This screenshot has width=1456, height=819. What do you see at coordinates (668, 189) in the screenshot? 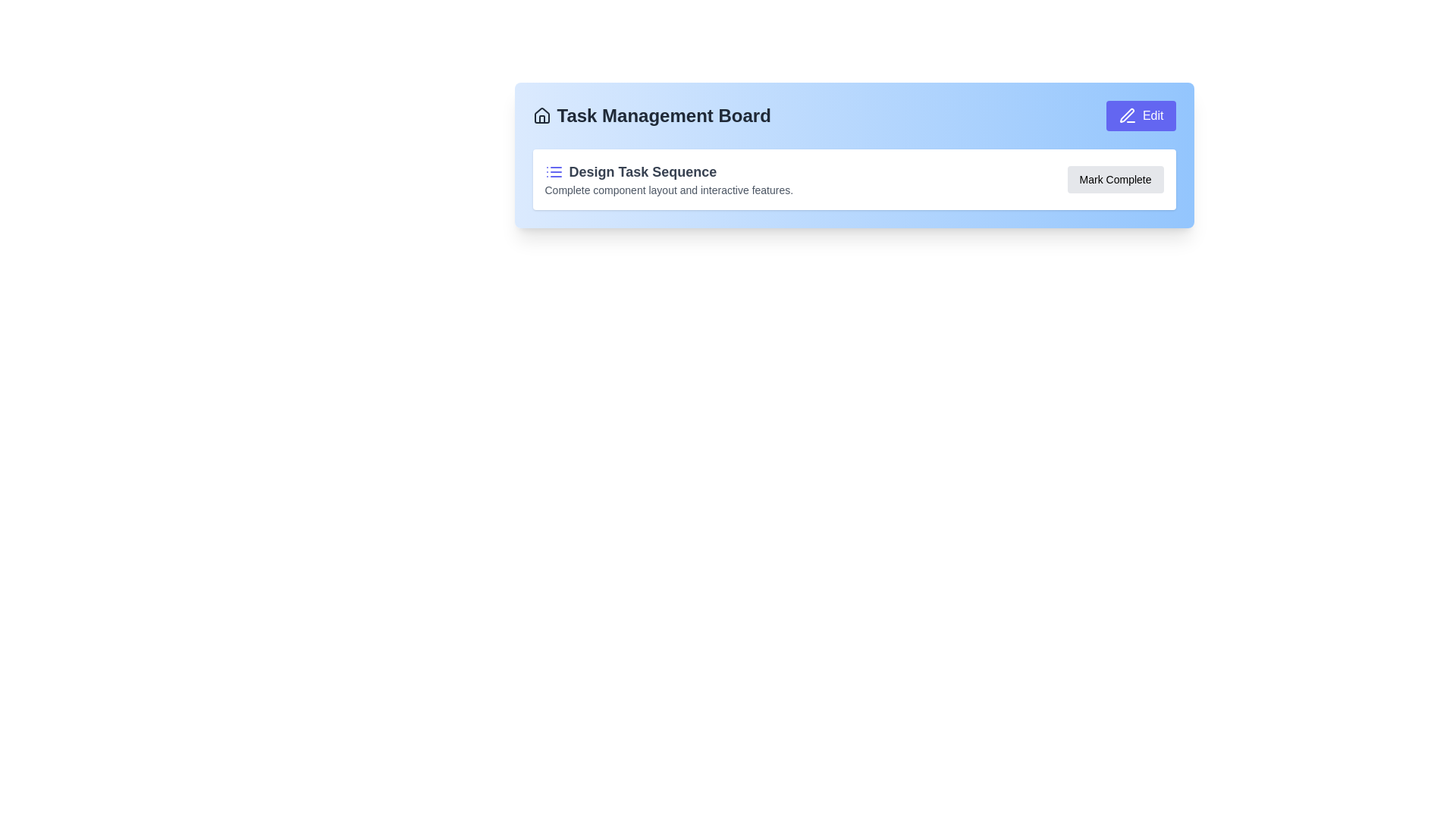
I see `the static text label that provides a descriptive detail for the task labeled 'Design Task Sequence', located below this task within the 'Task Management Board'` at bounding box center [668, 189].